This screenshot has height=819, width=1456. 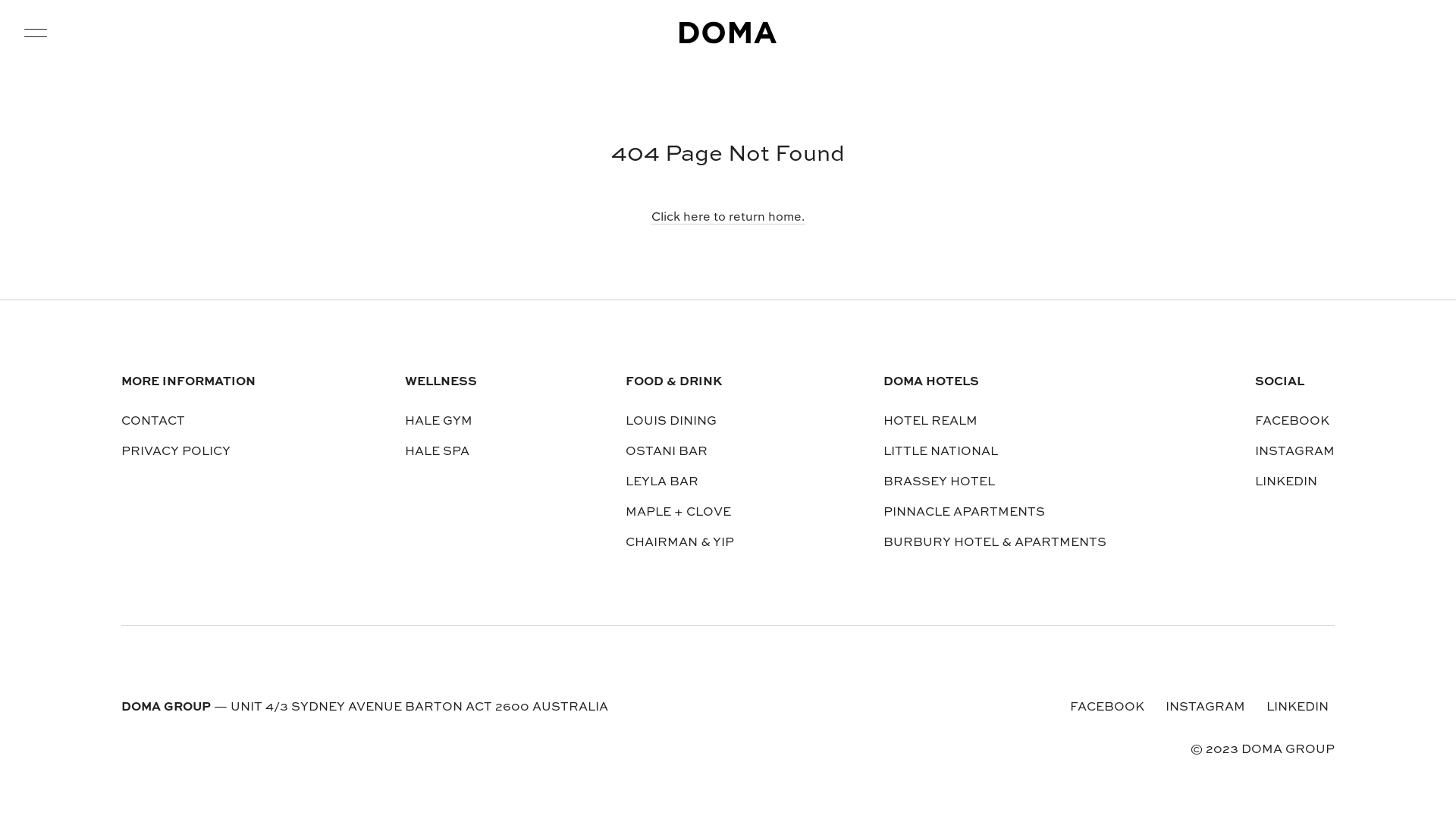 I want to click on 'CHAIRMAN & YIP', so click(x=679, y=542).